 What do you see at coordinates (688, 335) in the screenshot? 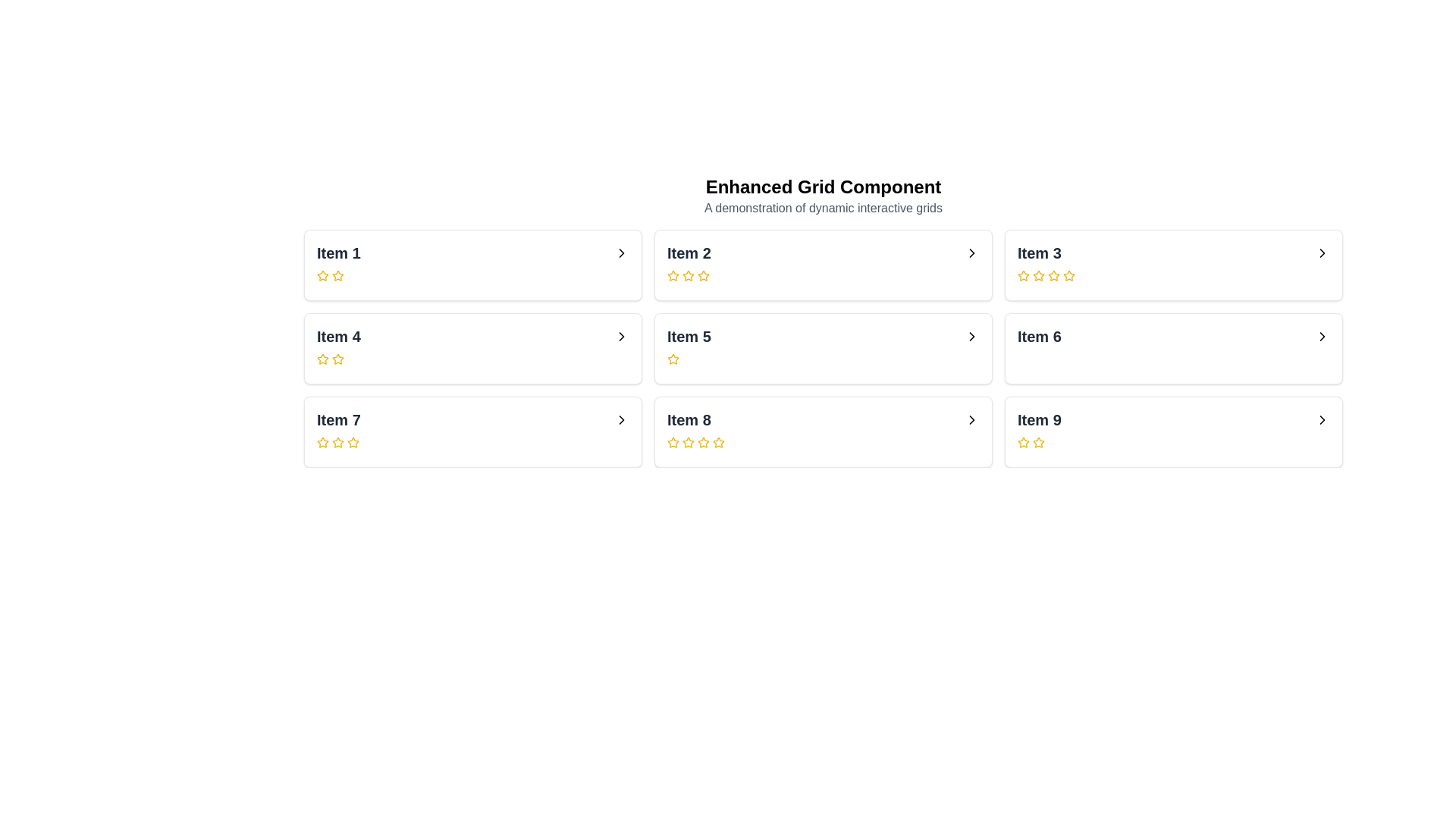
I see `the text label displaying 'Item 5', which is styled with a bold font and positioned in the second row and second column of a 3x3 grid layout` at bounding box center [688, 335].